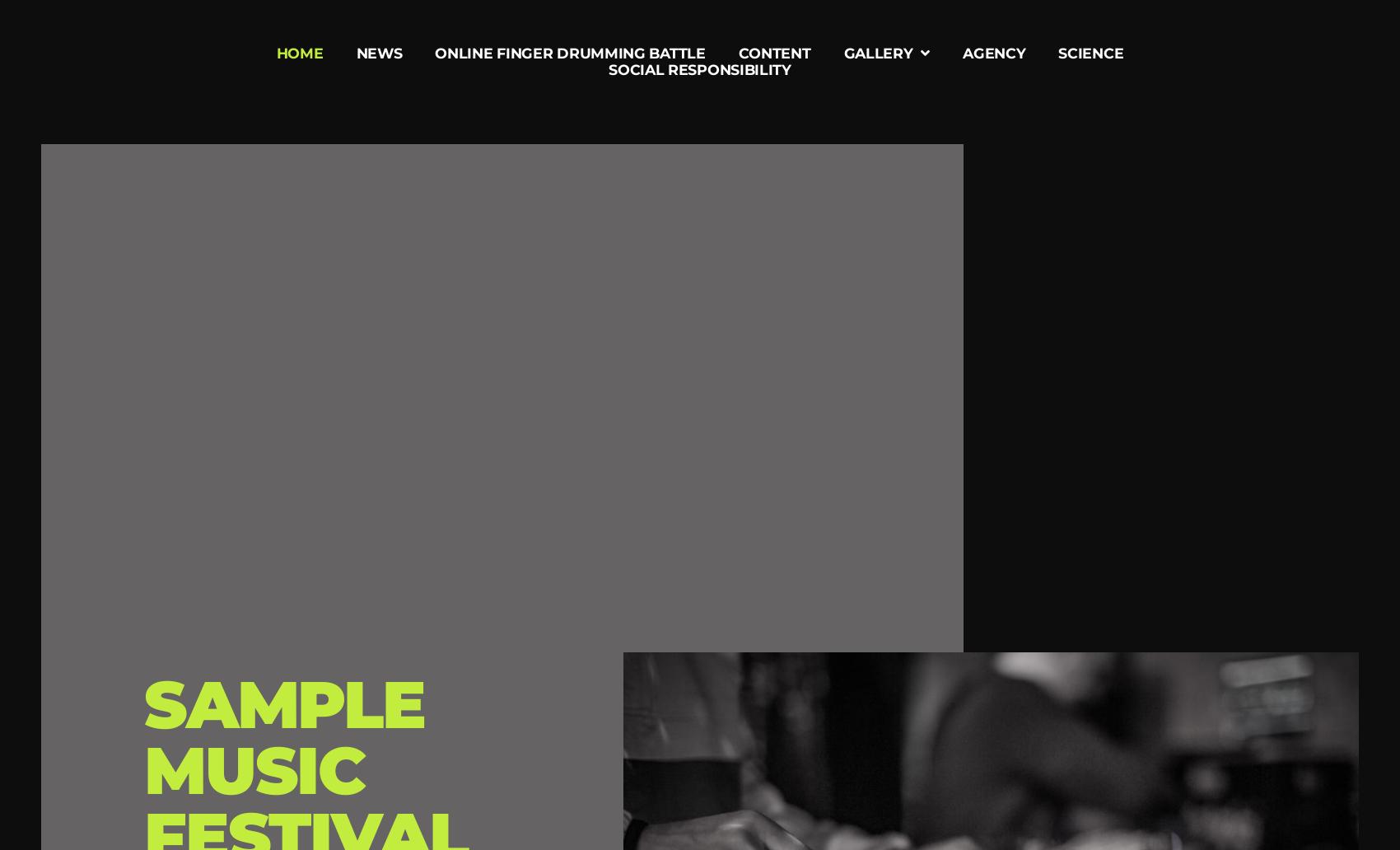 This screenshot has width=1400, height=850. I want to click on 'home', so click(298, 53).